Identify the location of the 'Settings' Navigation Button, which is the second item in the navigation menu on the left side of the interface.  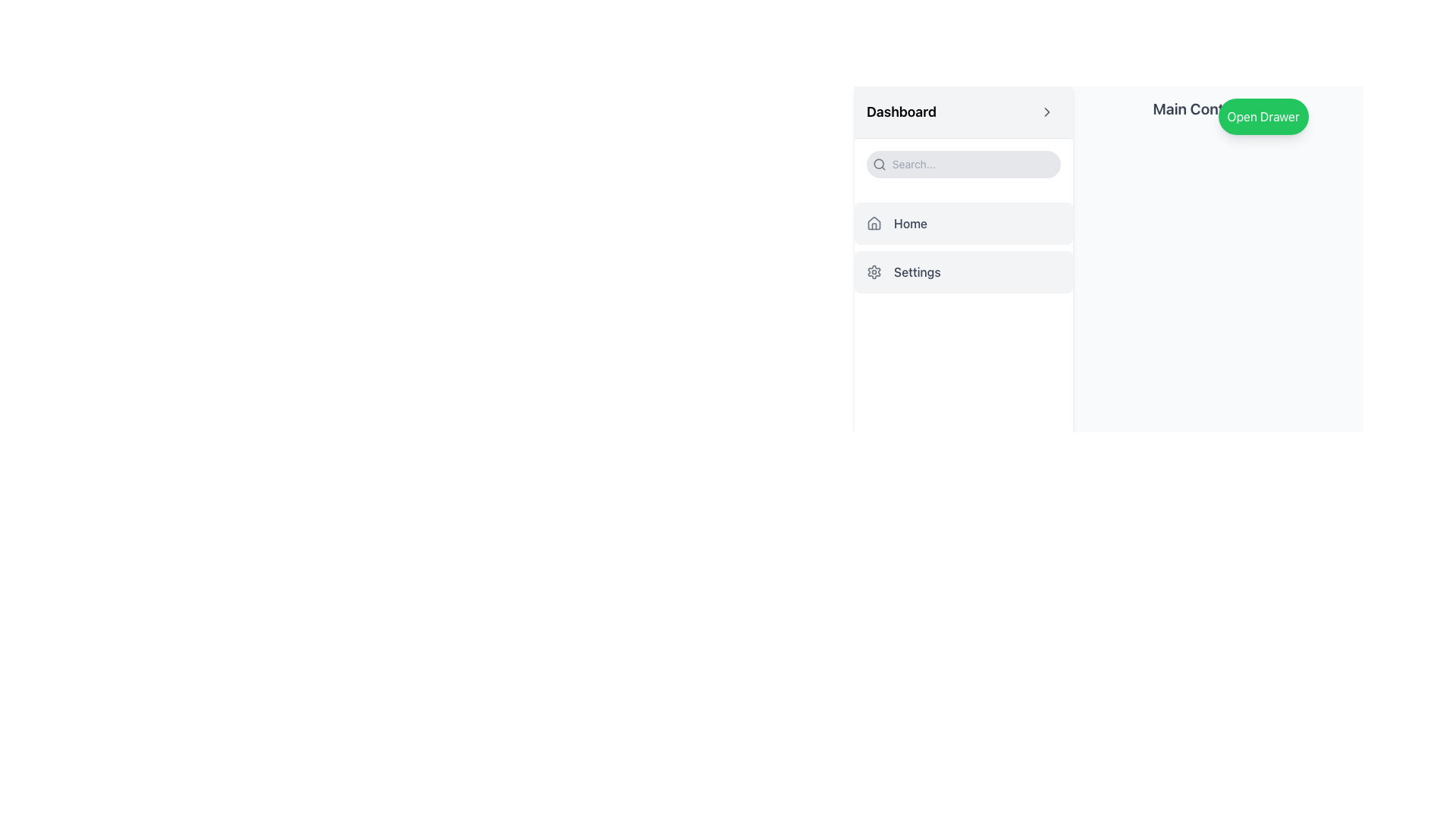
(963, 271).